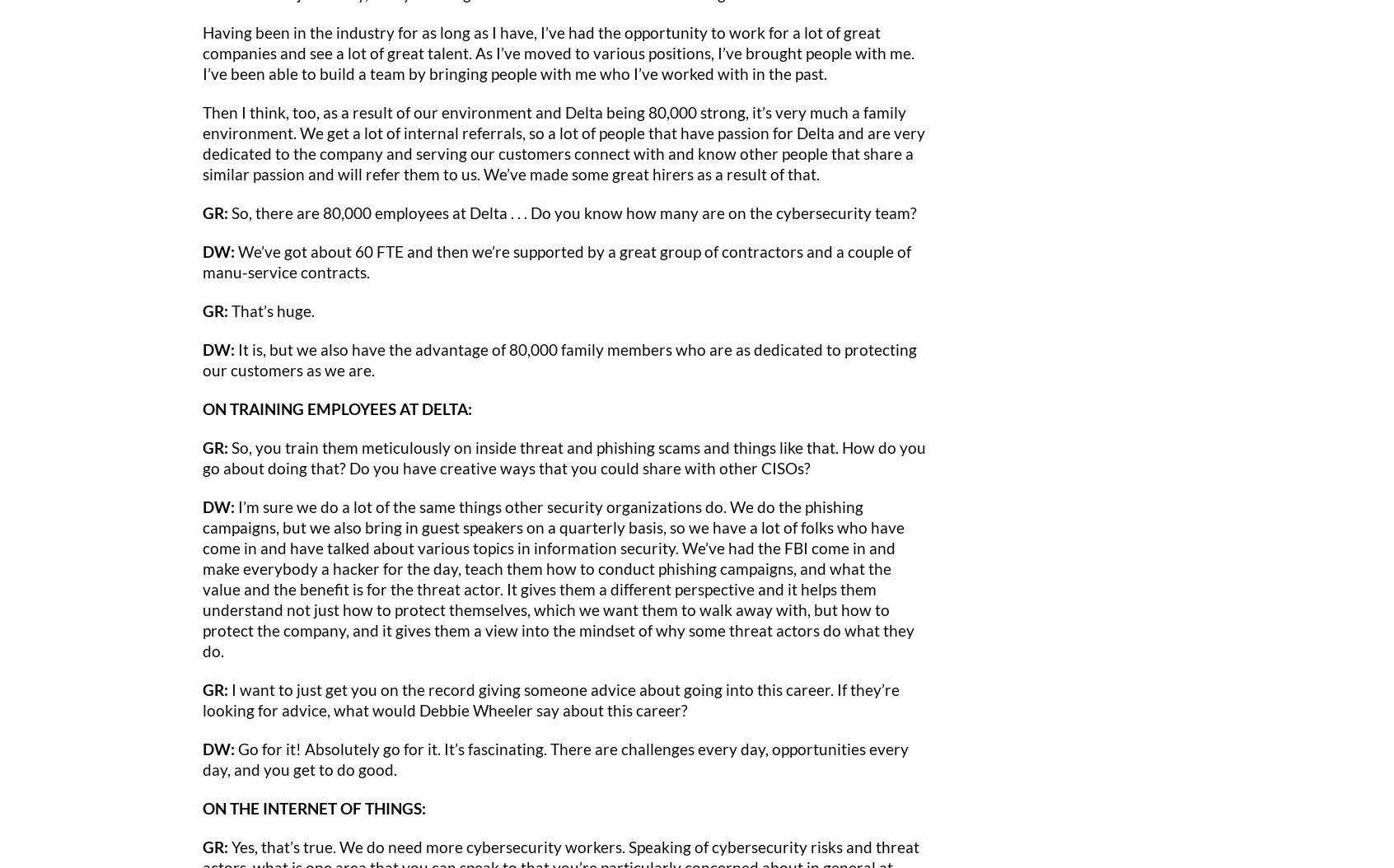  Describe the element at coordinates (556, 261) in the screenshot. I see `'We’ve got about 60 FTE and then we’re supported by a great group of contractors and a couple of manu-service contracts.'` at that location.